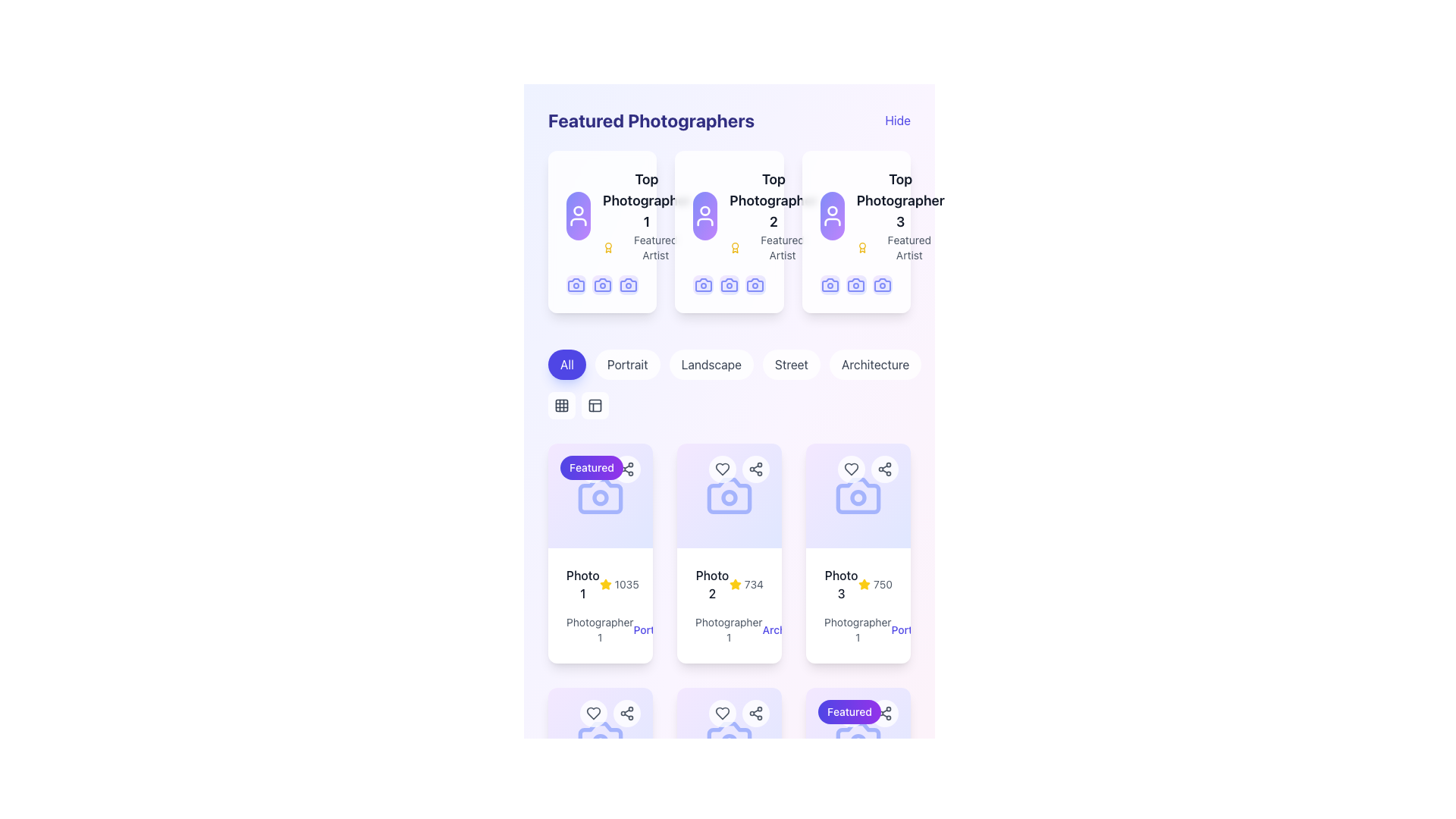 The image size is (1456, 819). What do you see at coordinates (735, 247) in the screenshot?
I see `the award icon indicating that 'Top Photographer 2' has received special recognition, located to the left of the 'Featured Artist' text in the 'Featured Photographers' section` at bounding box center [735, 247].